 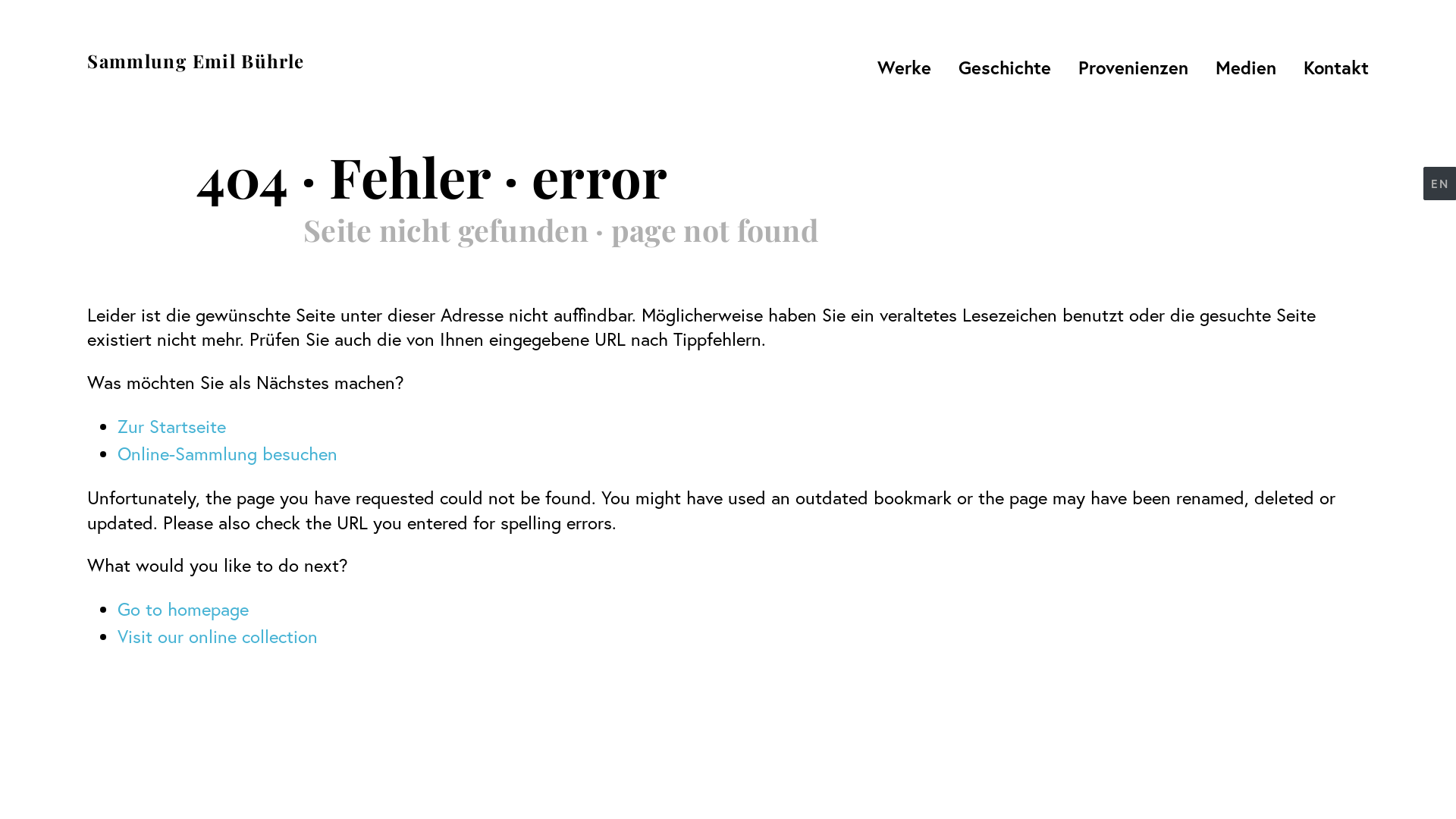 What do you see at coordinates (1245, 66) in the screenshot?
I see `'Medien'` at bounding box center [1245, 66].